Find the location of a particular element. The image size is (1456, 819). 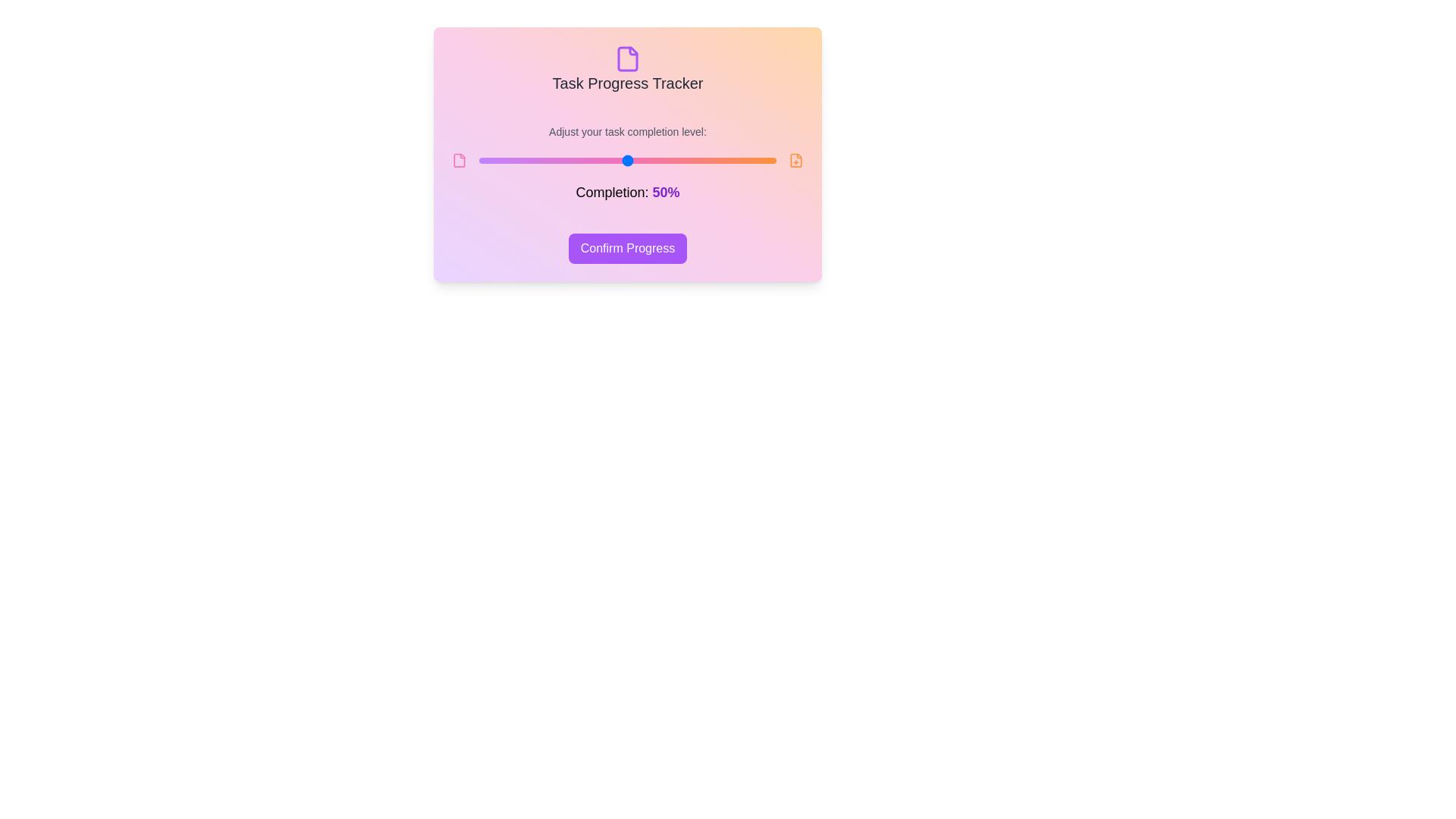

the icon right to observe visual feedback is located at coordinates (795, 161).